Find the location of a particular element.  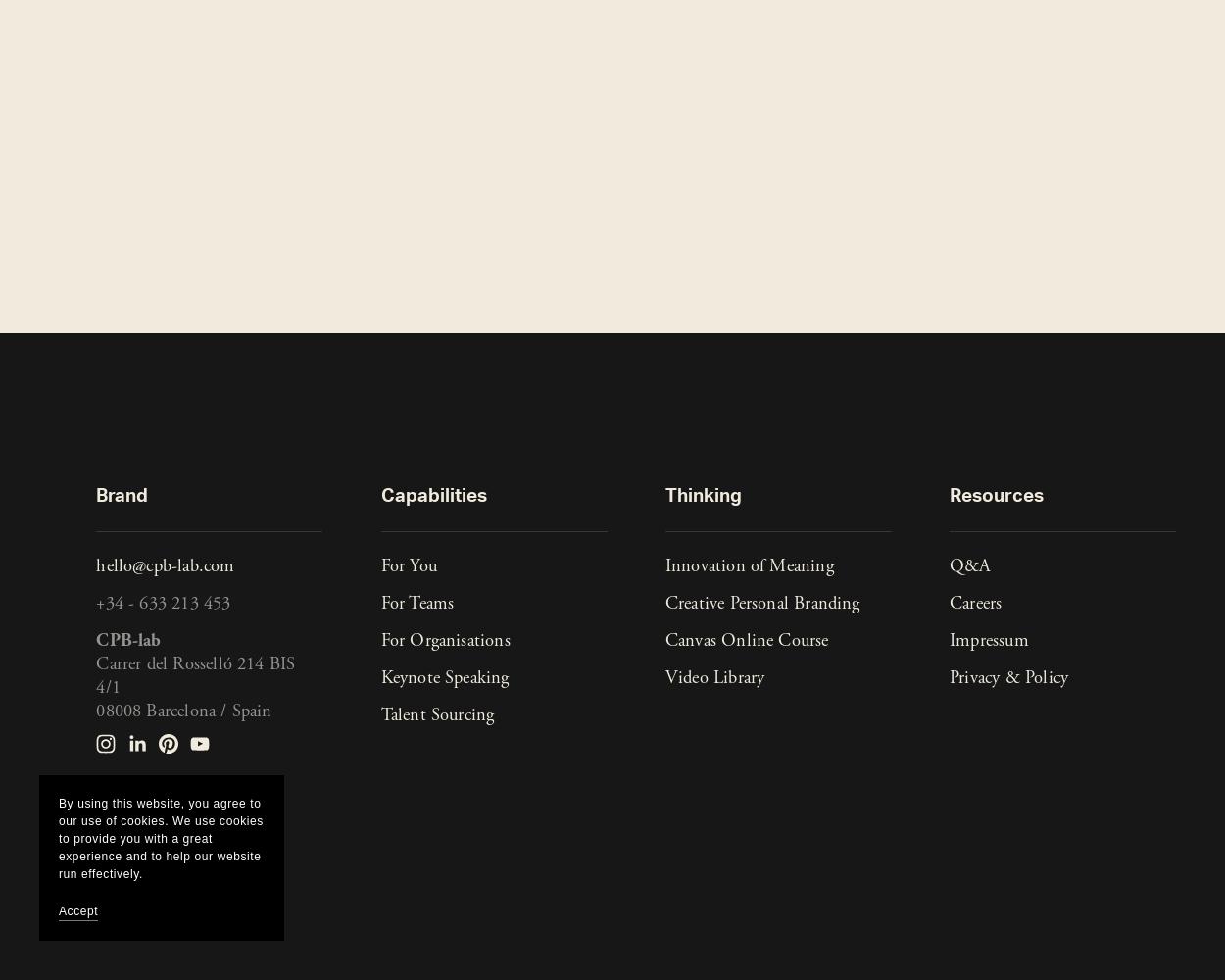

'Accept' is located at coordinates (77, 911).